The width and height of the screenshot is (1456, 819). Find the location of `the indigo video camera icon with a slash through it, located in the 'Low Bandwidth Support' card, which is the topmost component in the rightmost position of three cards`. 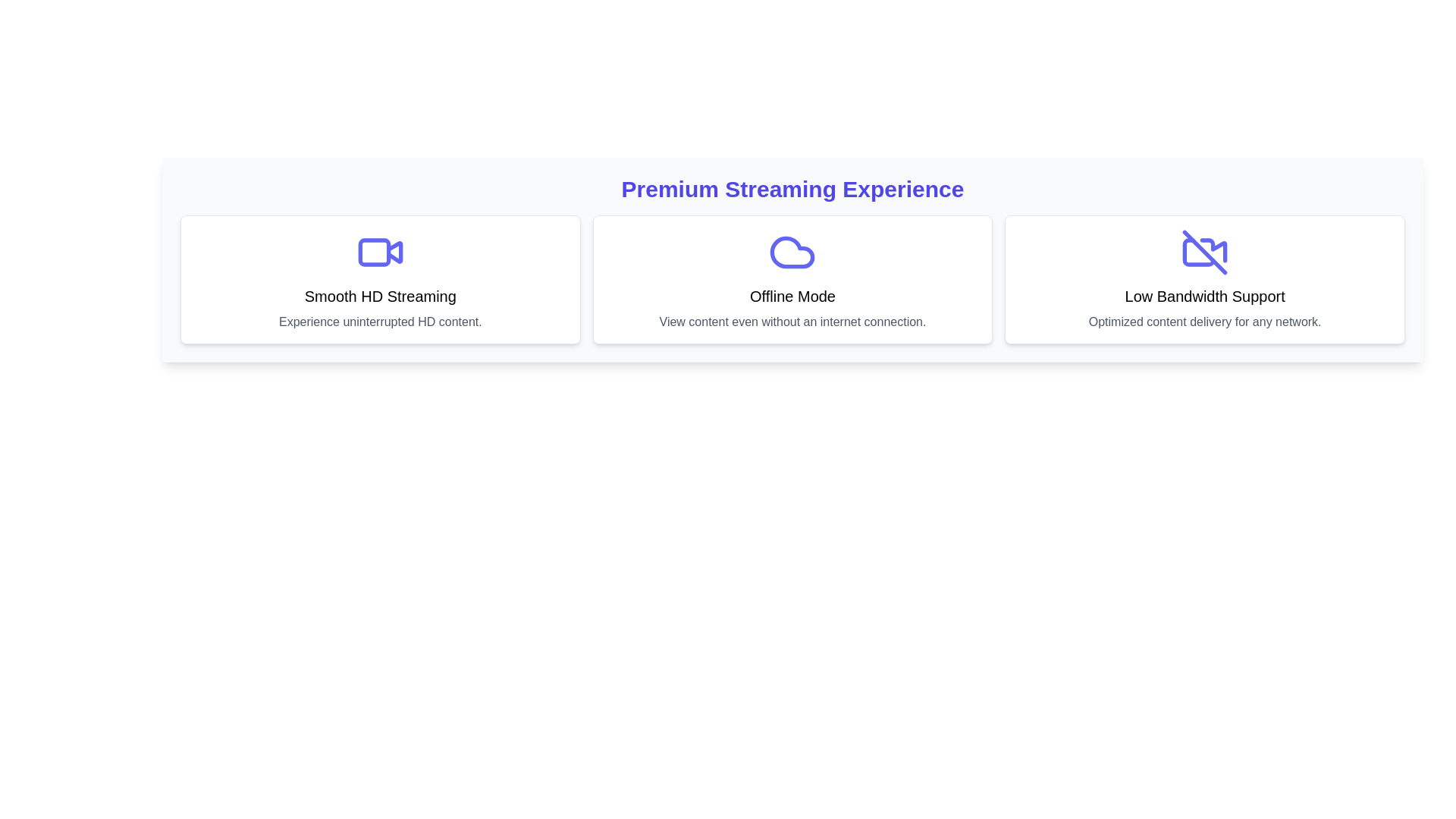

the indigo video camera icon with a slash through it, located in the 'Low Bandwidth Support' card, which is the topmost component in the rightmost position of three cards is located at coordinates (1204, 251).